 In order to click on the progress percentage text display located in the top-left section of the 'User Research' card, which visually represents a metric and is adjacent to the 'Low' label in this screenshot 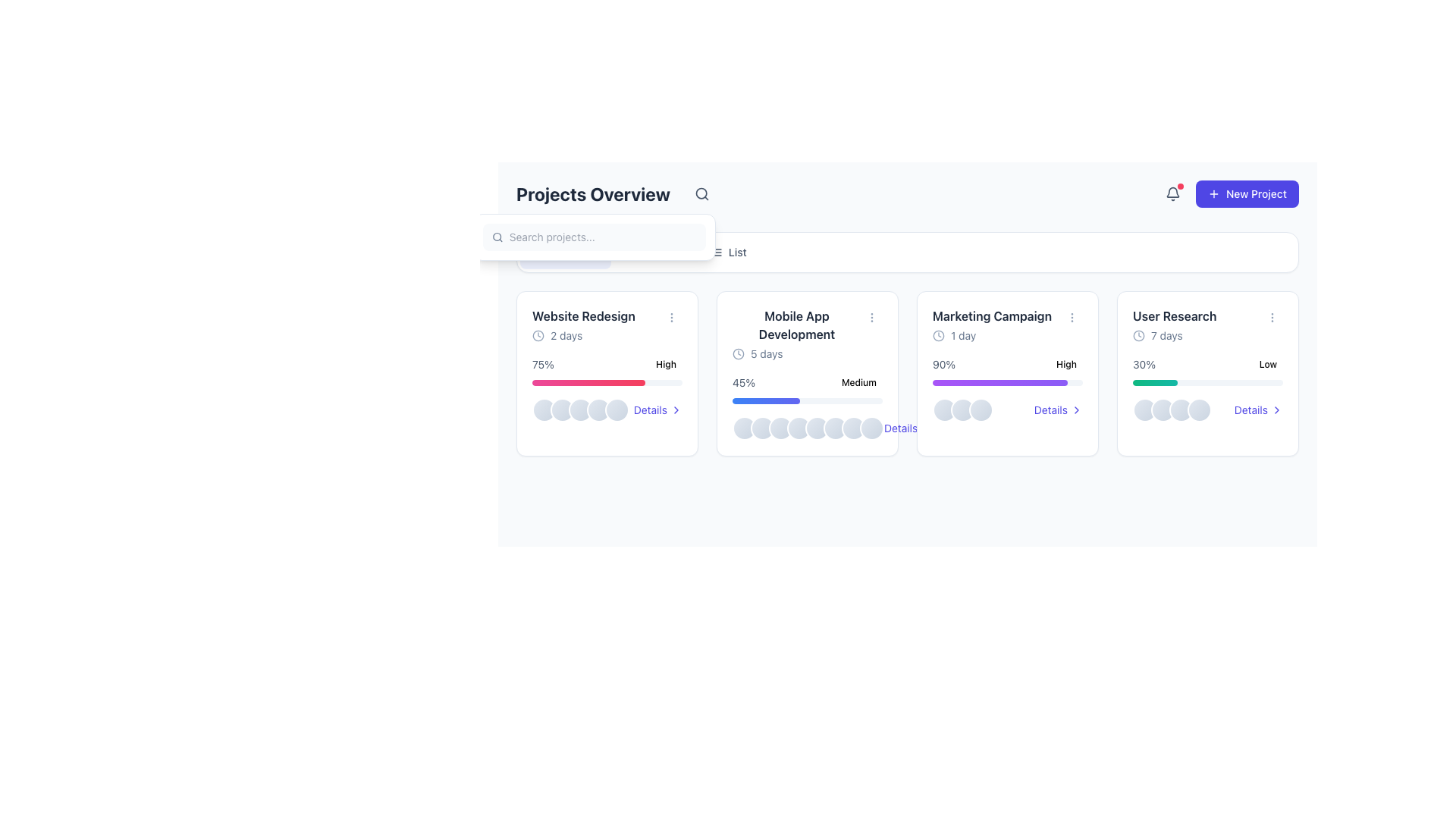, I will do `click(1144, 365)`.